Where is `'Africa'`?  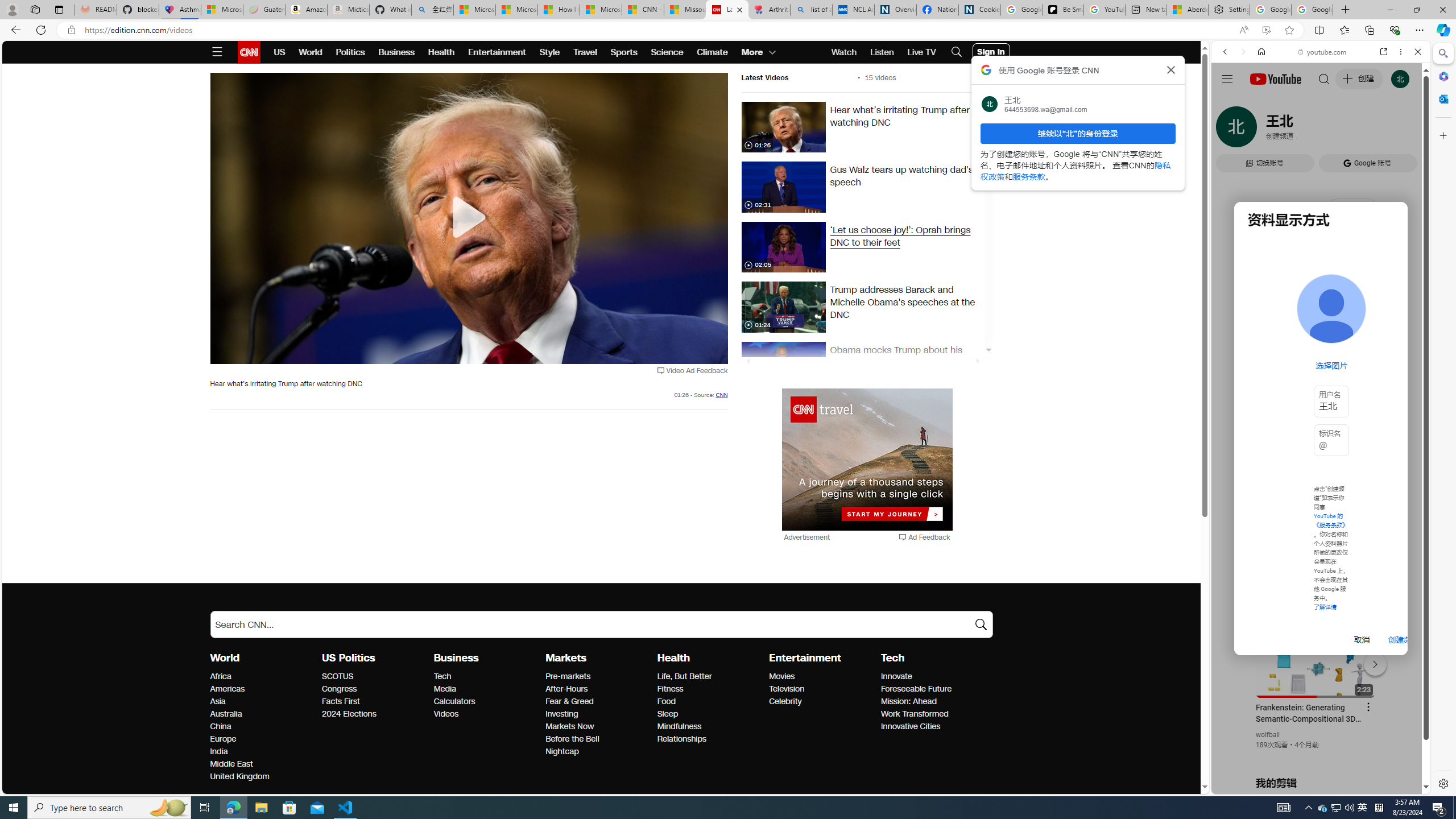 'Africa' is located at coordinates (262, 677).